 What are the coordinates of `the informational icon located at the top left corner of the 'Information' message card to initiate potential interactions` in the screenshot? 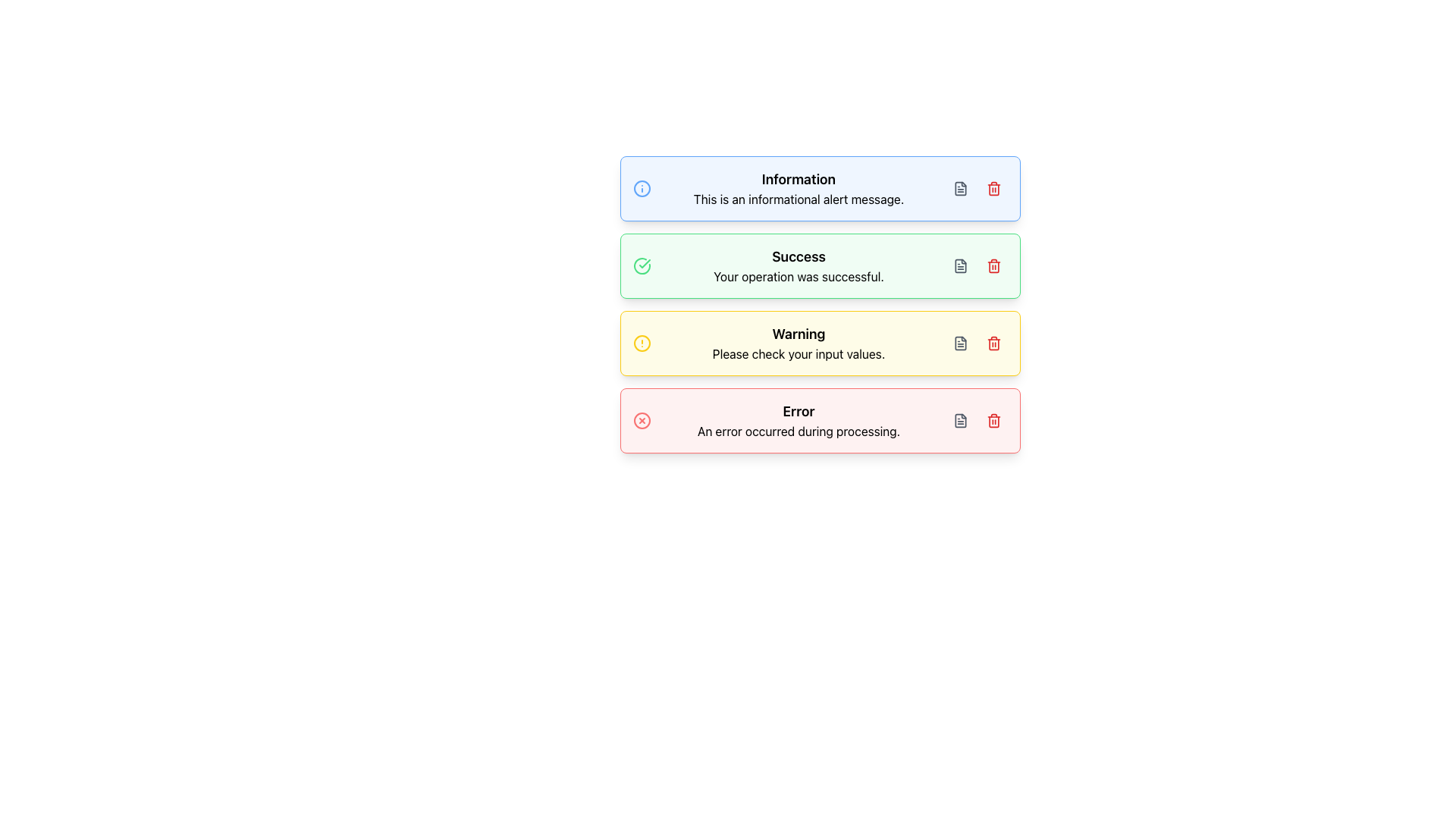 It's located at (642, 188).